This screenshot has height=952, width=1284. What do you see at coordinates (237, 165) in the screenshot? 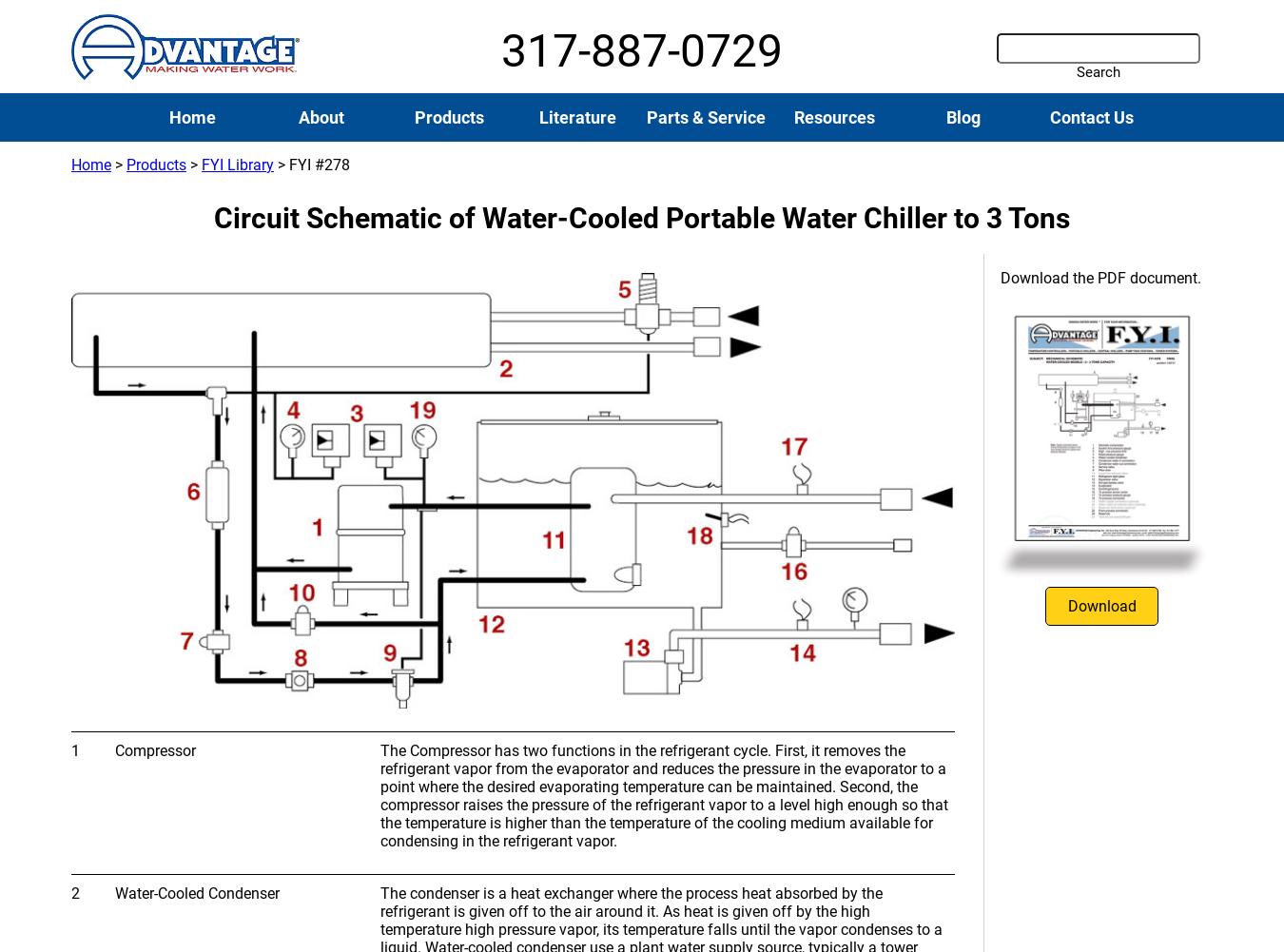
I see `'FYI Library'` at bounding box center [237, 165].